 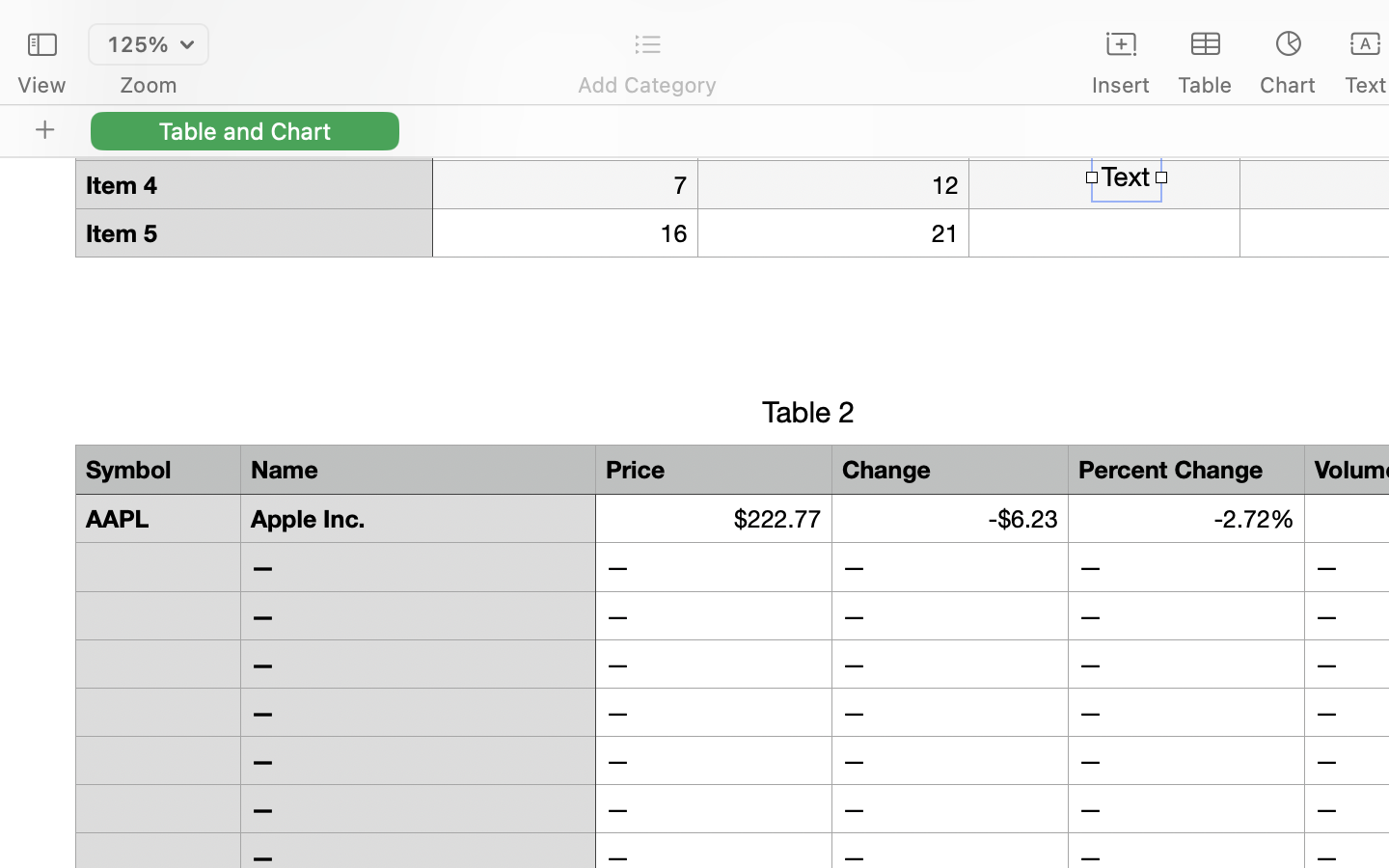 What do you see at coordinates (646, 84) in the screenshot?
I see `'Add Category'` at bounding box center [646, 84].